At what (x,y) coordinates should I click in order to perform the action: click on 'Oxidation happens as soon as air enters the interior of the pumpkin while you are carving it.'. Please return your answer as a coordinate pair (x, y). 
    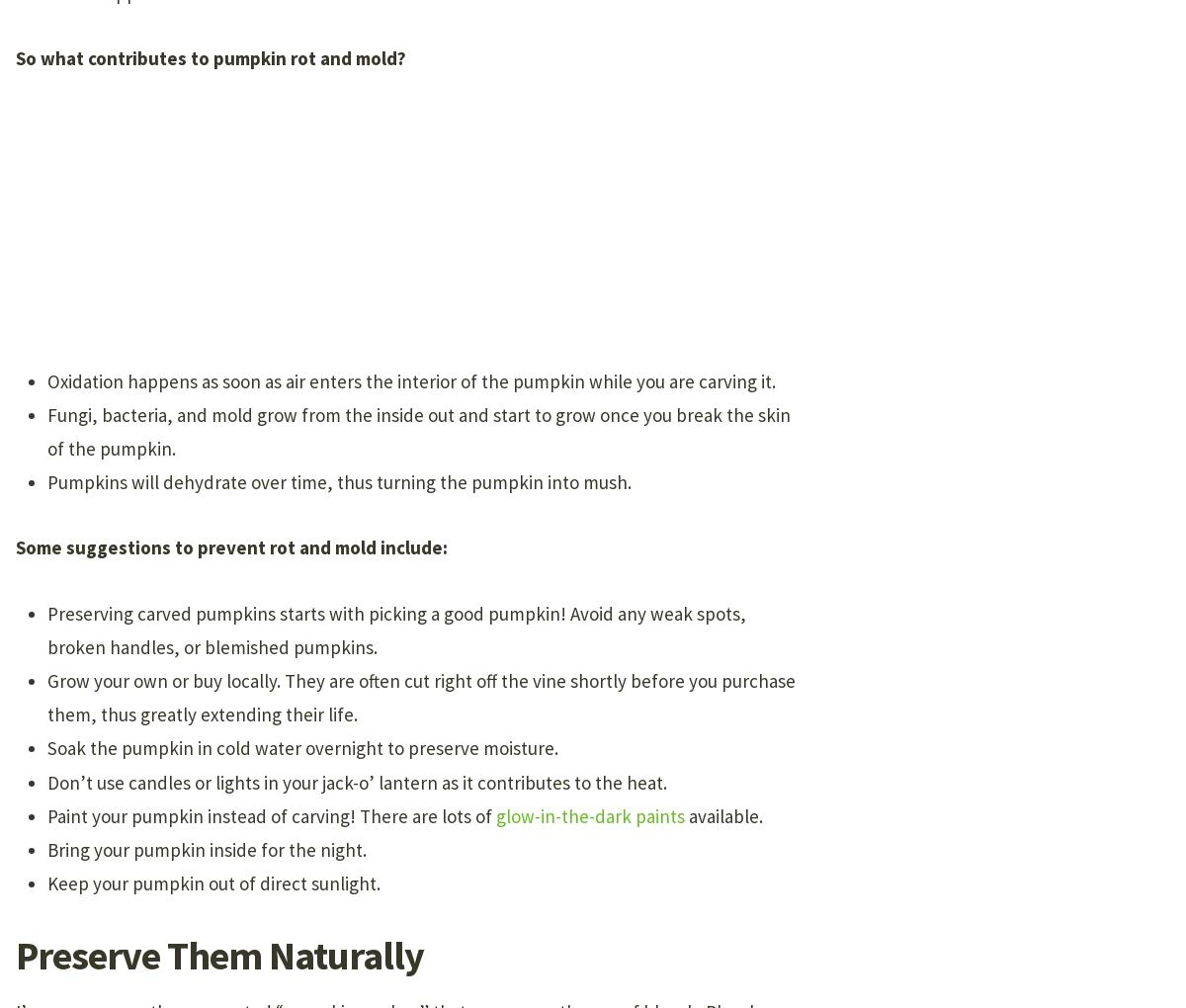
    Looking at the image, I should click on (411, 380).